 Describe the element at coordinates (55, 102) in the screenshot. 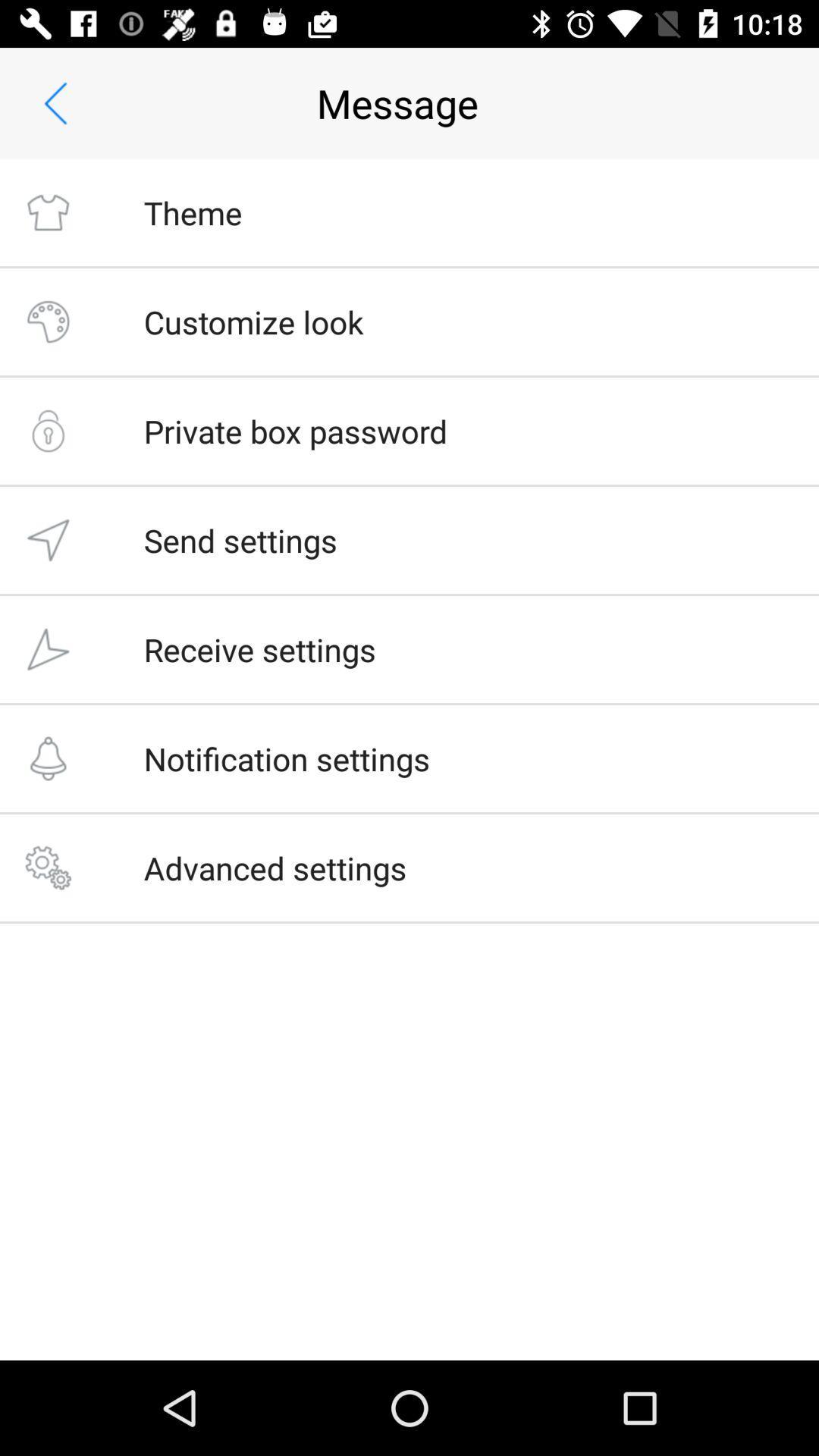

I see `the item next to the message item` at that location.